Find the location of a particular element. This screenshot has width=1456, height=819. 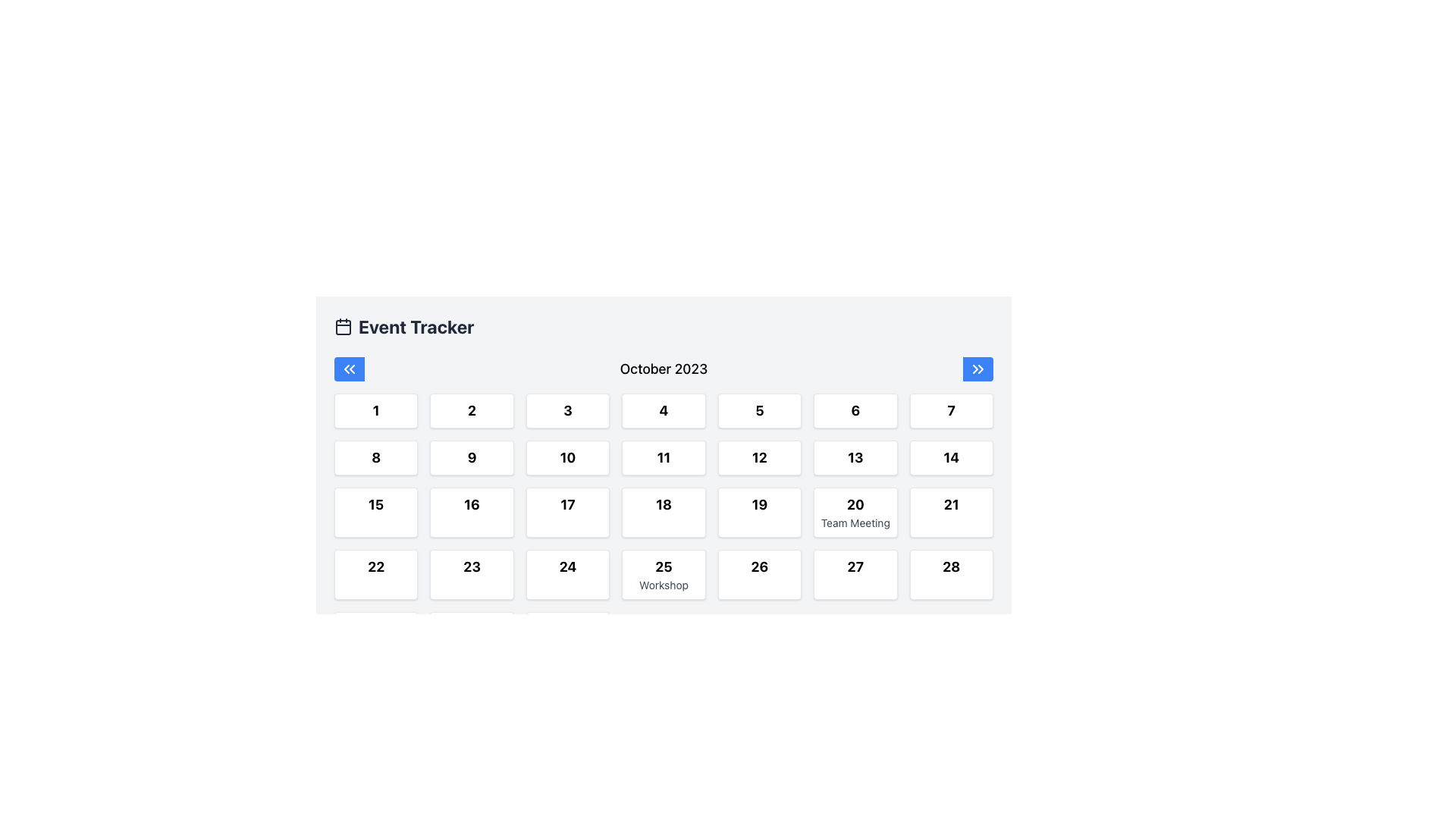

the Text Label representing the day of the month (11) in the calendar interface is located at coordinates (664, 457).